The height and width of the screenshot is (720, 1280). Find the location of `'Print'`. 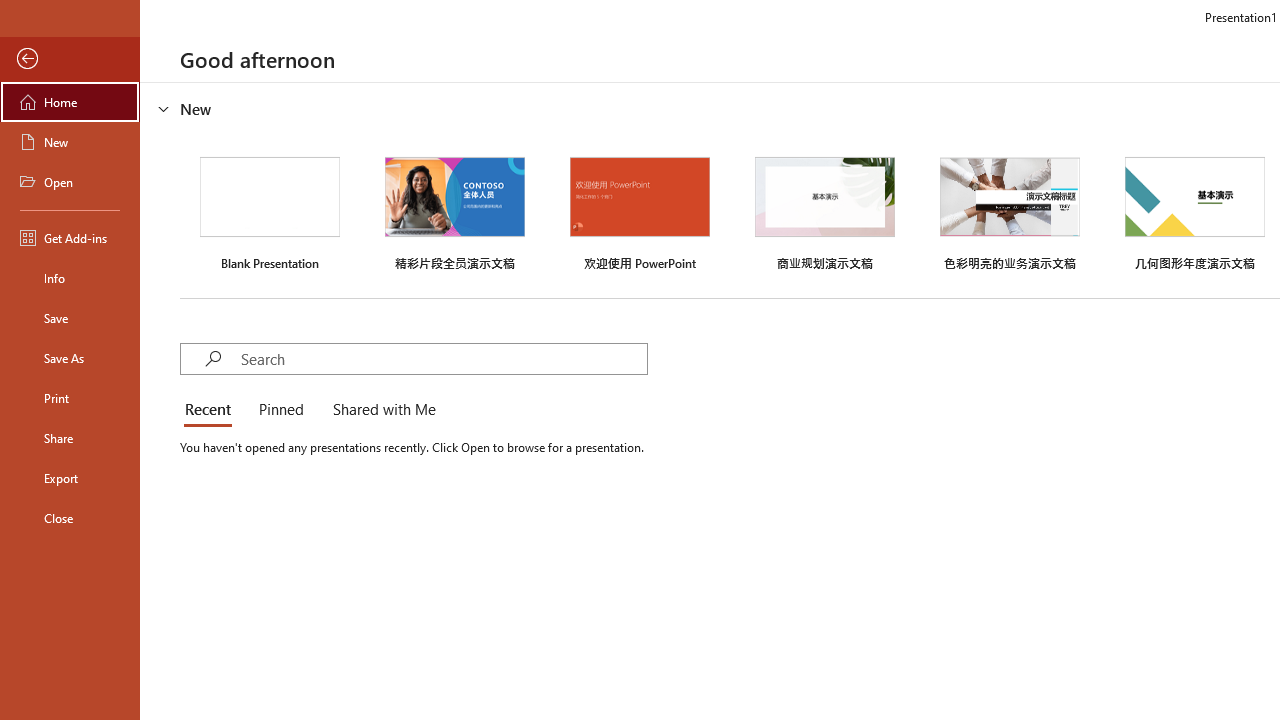

'Print' is located at coordinates (69, 398).